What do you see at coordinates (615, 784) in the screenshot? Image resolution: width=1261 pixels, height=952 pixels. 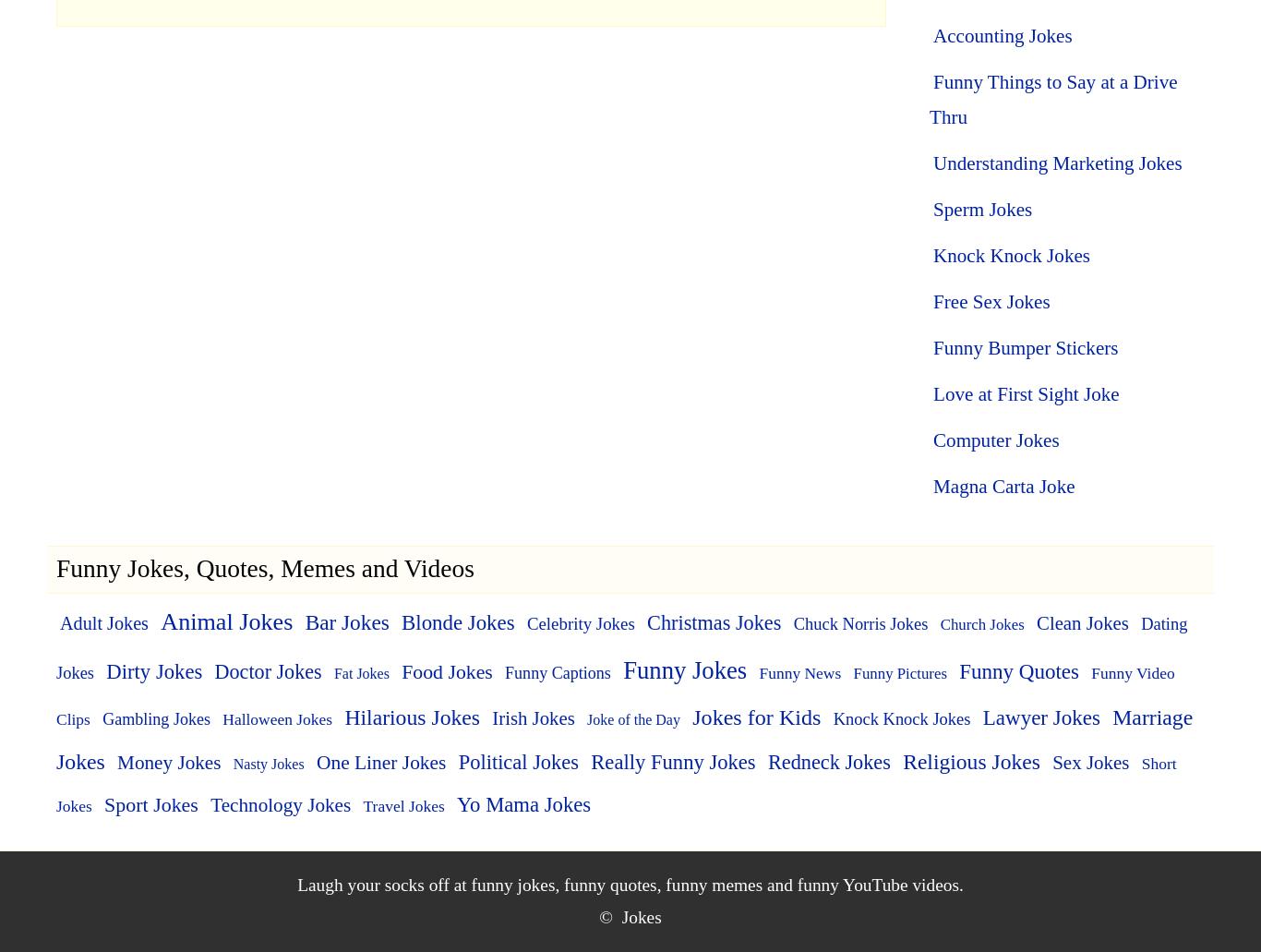 I see `'Short Jokes'` at bounding box center [615, 784].